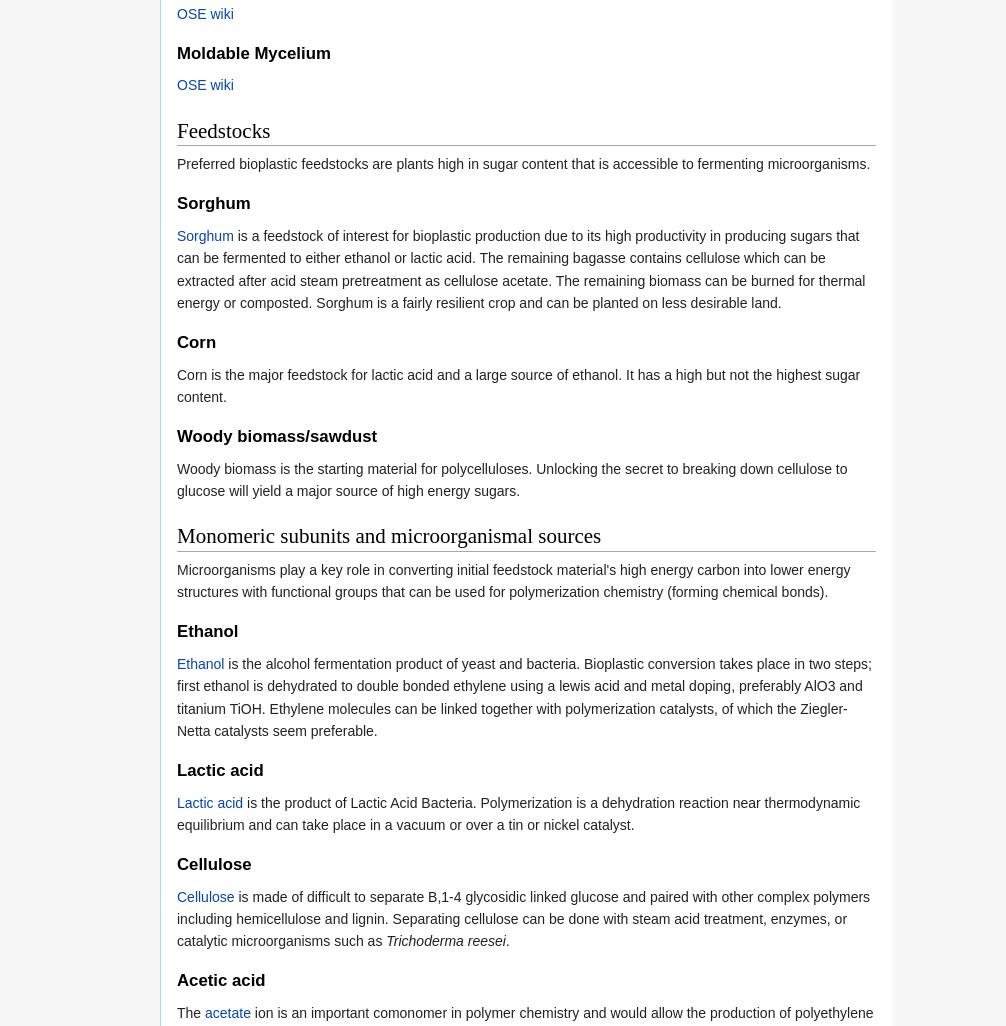 The width and height of the screenshot is (1006, 1026). What do you see at coordinates (518, 812) in the screenshot?
I see `'is the product of Lactic Acid Bacteria. Polymerization is a dehydration reaction near thermodynamic equilibrium and can take place in a vacuum or over a tin or nickel catalyst.'` at bounding box center [518, 812].